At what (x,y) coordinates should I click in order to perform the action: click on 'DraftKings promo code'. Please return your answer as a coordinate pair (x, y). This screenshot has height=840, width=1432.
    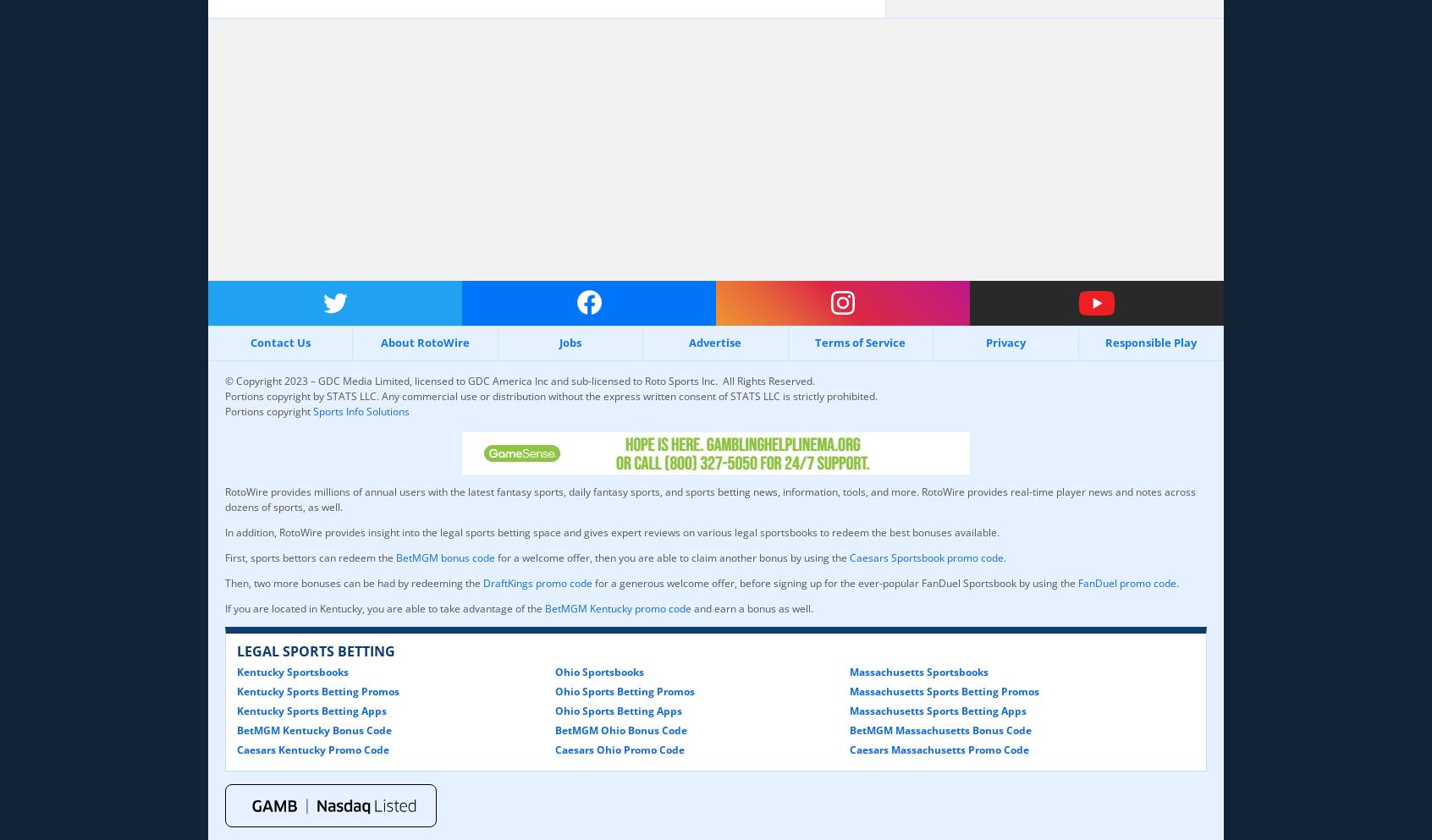
    Looking at the image, I should click on (537, 581).